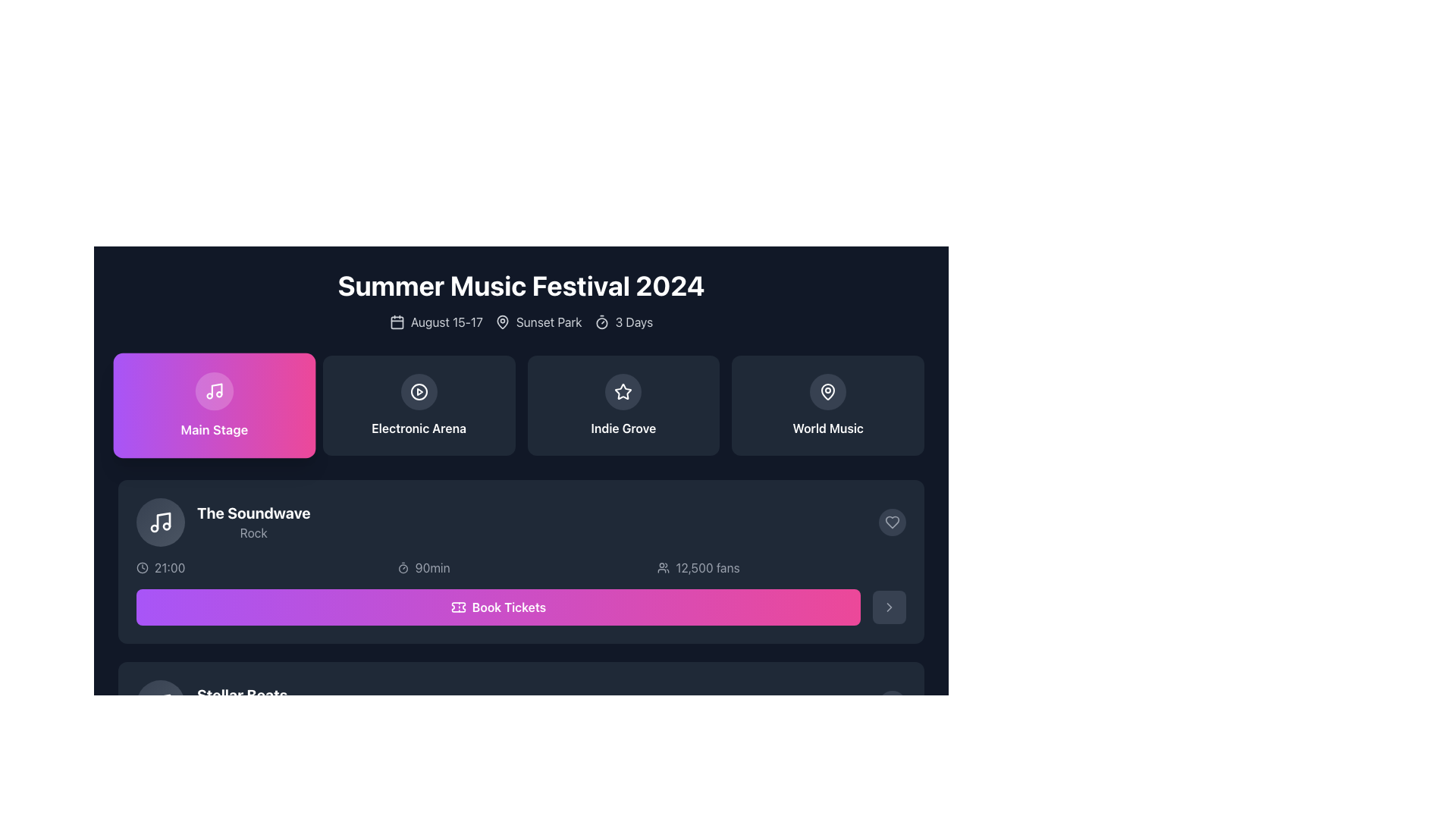  I want to click on the text label displaying 'World Music' which is styled in bold white font against a dark background, located in the bottom portion of a rectangular UI block to the far right, below a map pin icon, so click(827, 428).